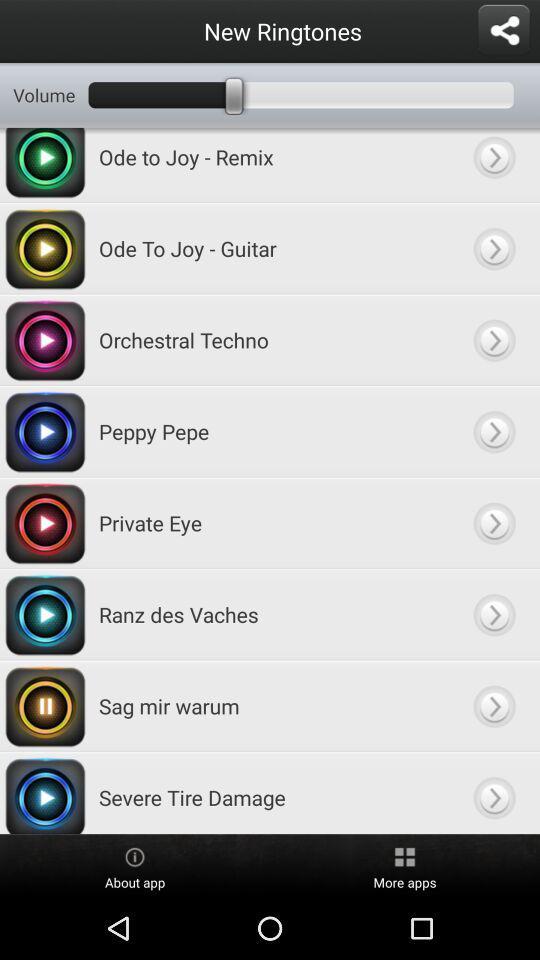 This screenshot has width=540, height=960. What do you see at coordinates (493, 247) in the screenshot?
I see `details button` at bounding box center [493, 247].